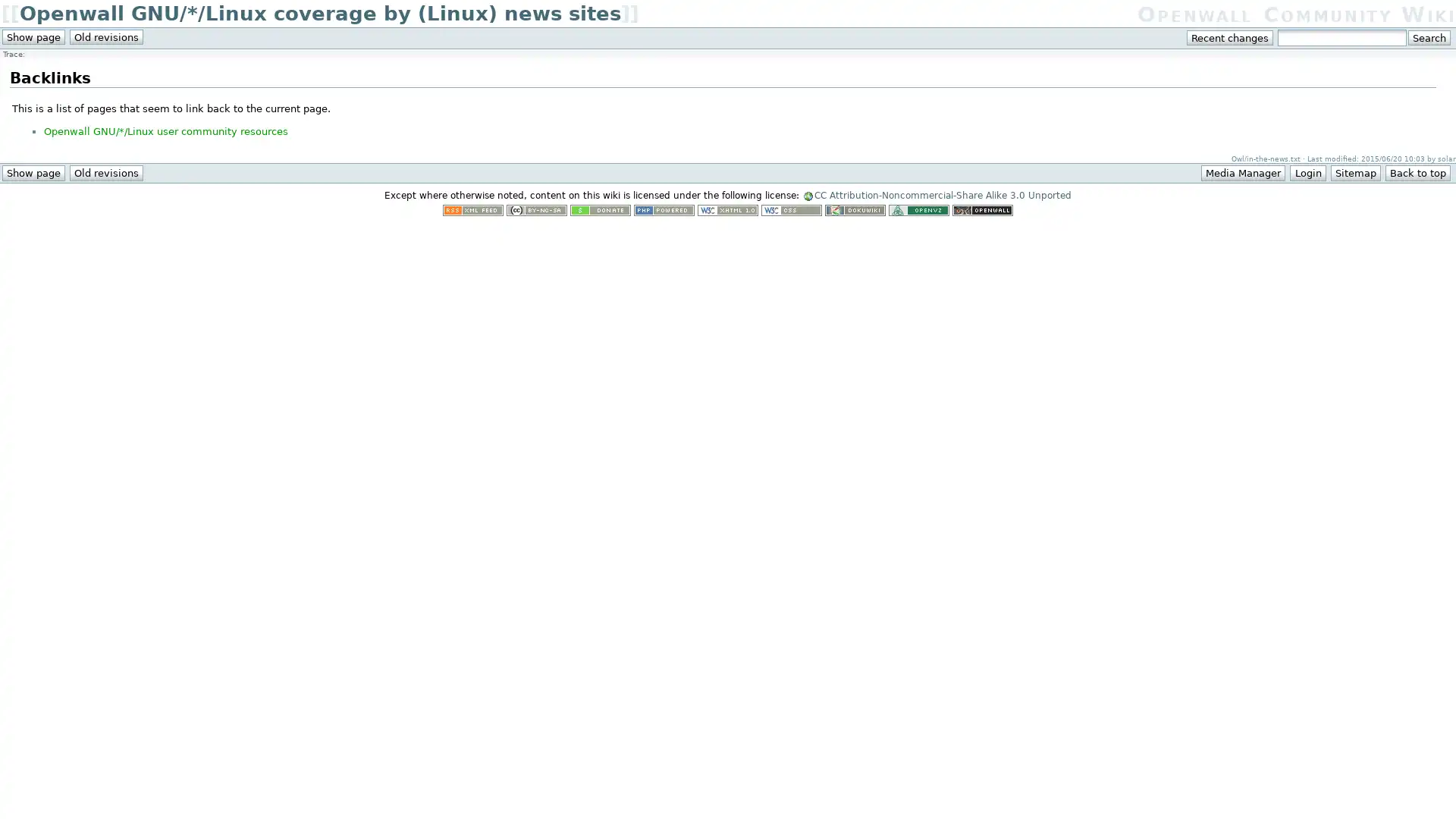  What do you see at coordinates (1354, 171) in the screenshot?
I see `Sitemap` at bounding box center [1354, 171].